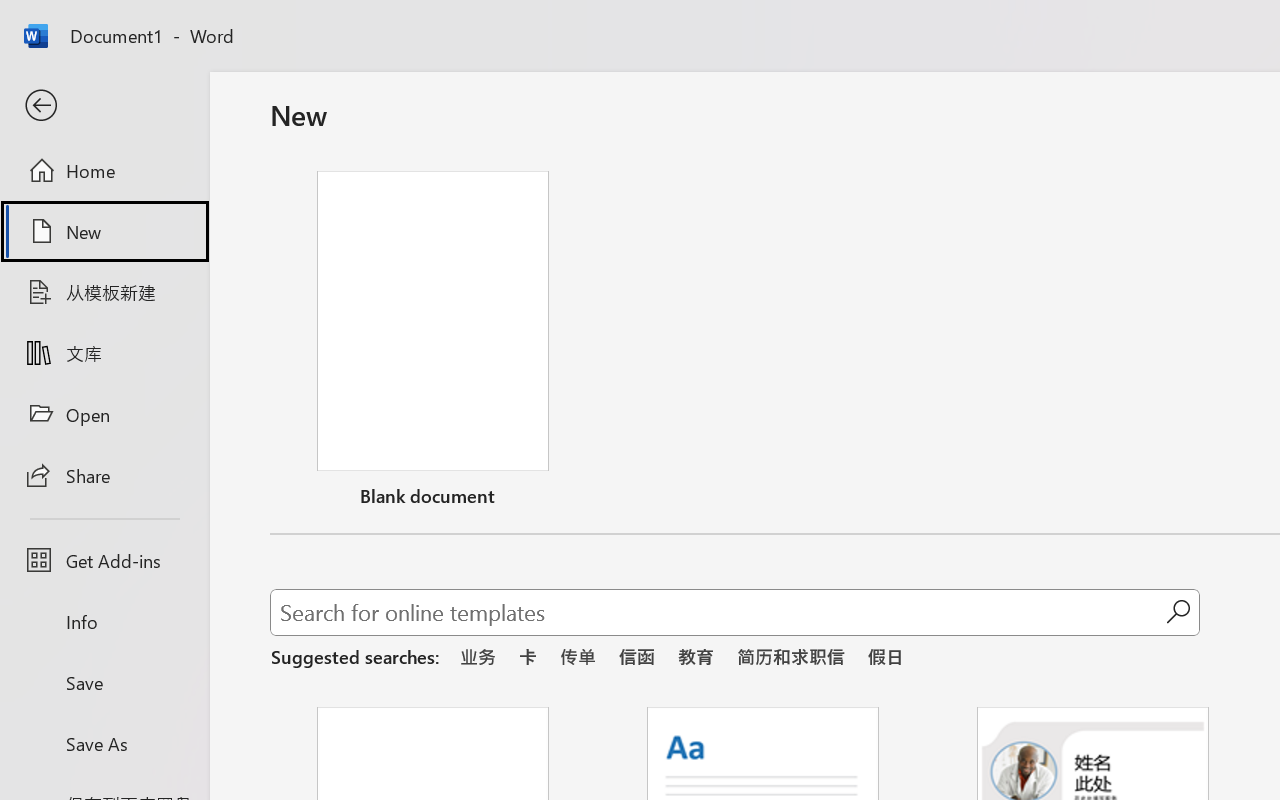 This screenshot has height=800, width=1280. I want to click on 'Info', so click(103, 621).